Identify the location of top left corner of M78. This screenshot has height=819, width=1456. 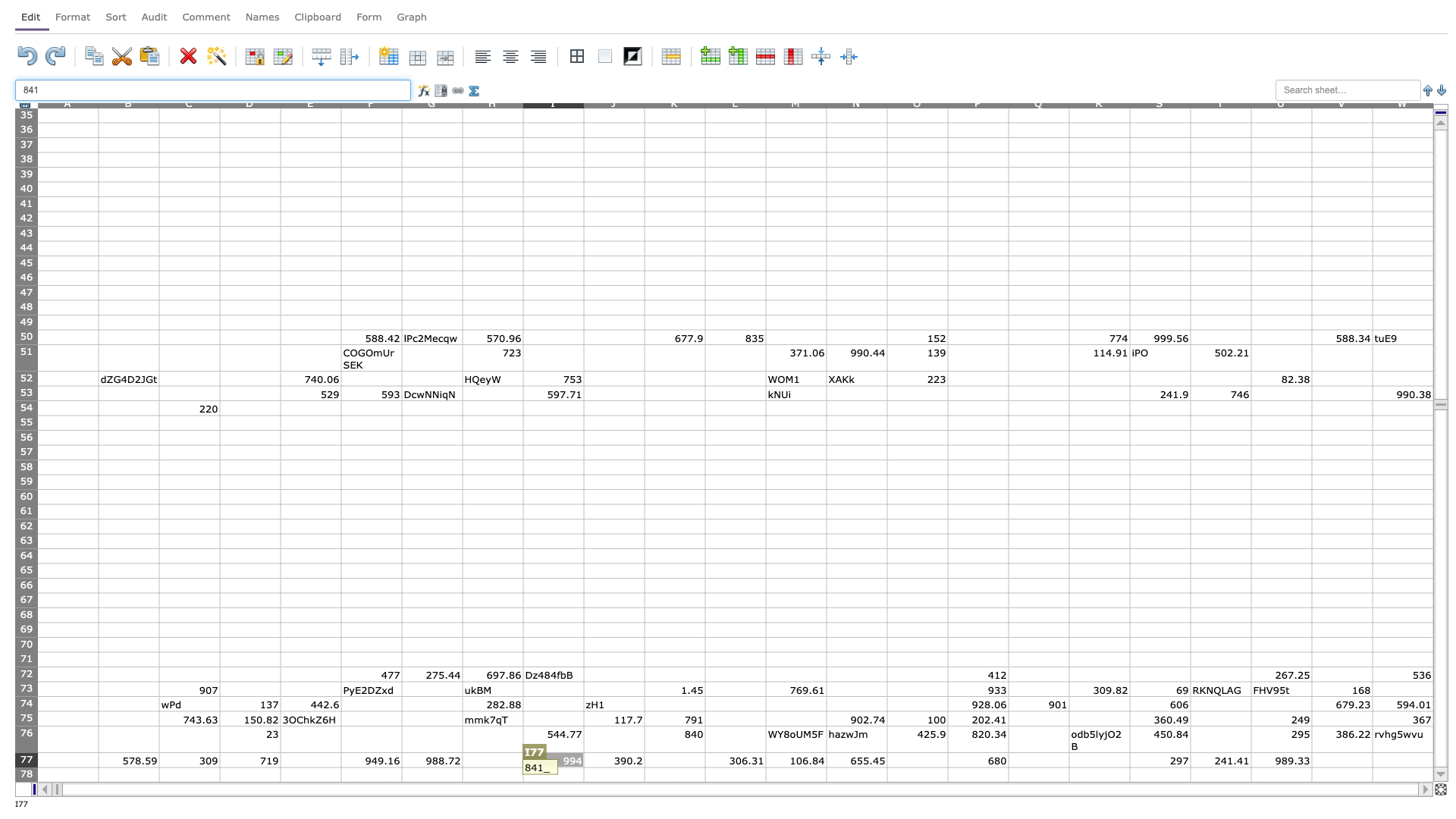
(765, 767).